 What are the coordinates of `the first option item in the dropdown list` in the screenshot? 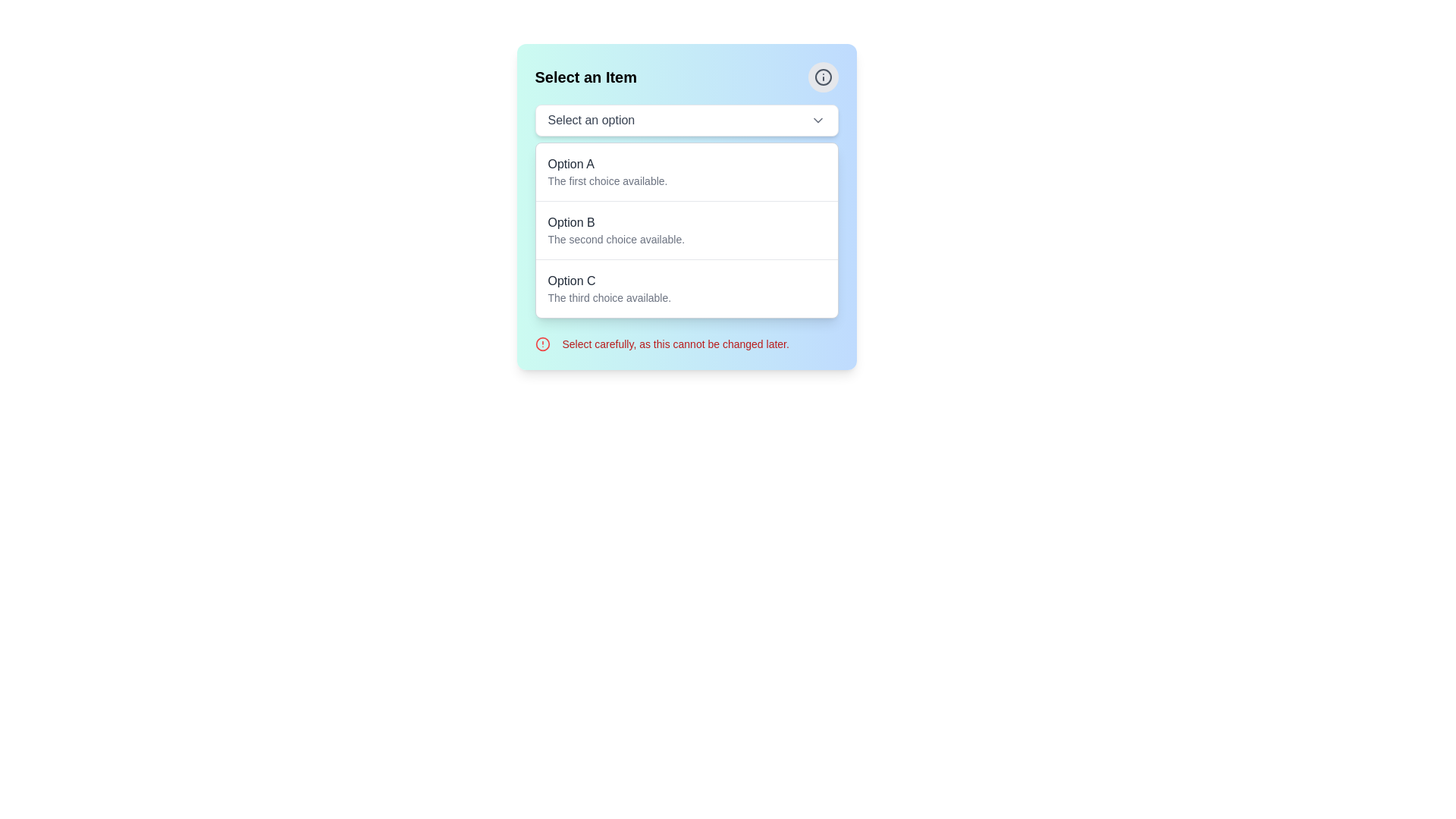 It's located at (686, 171).